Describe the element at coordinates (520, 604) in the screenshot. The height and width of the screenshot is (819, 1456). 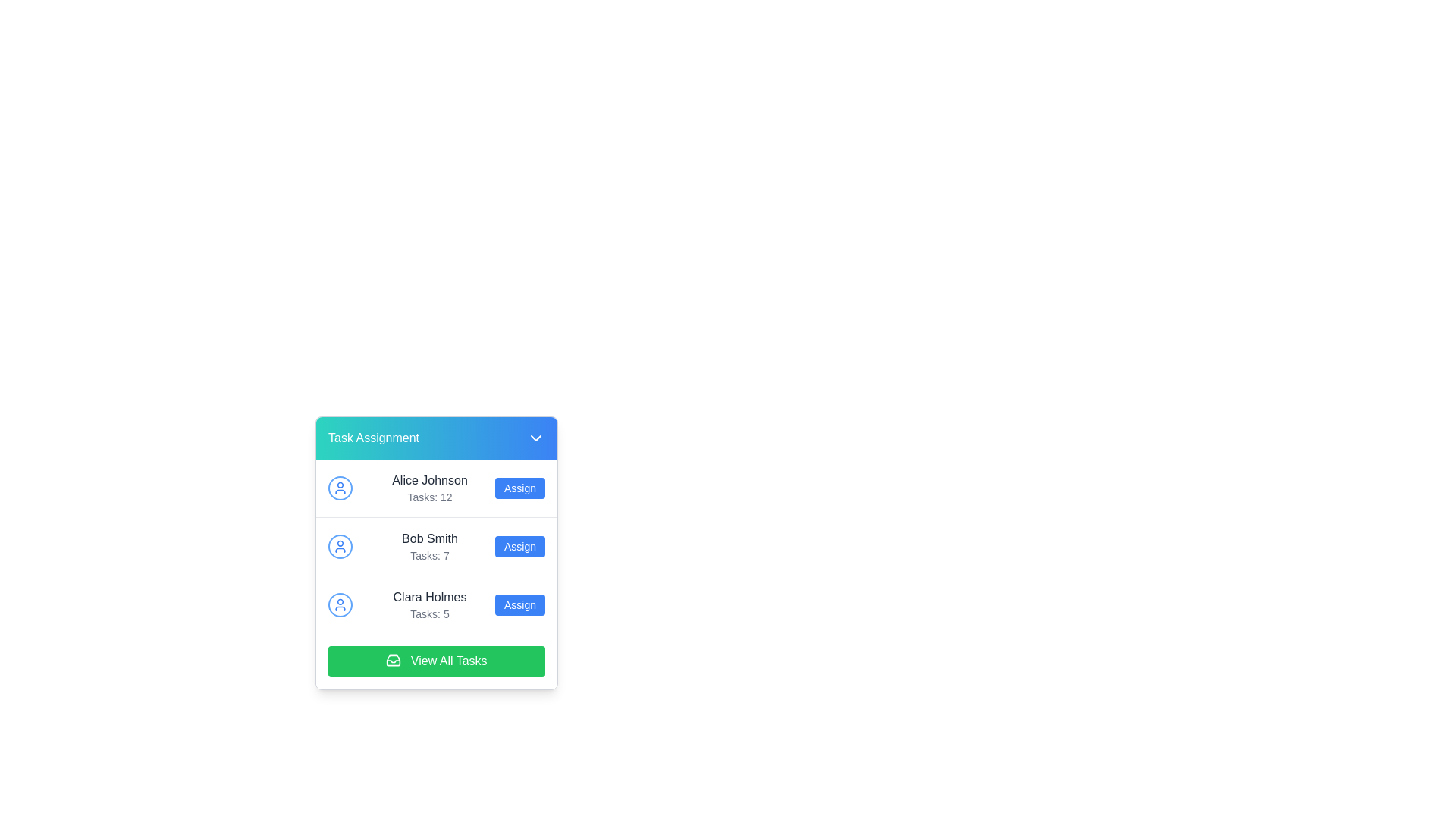
I see `the 'Assign' button located on the rightmost side of the 'Clara Holmes' entry in the list` at that location.